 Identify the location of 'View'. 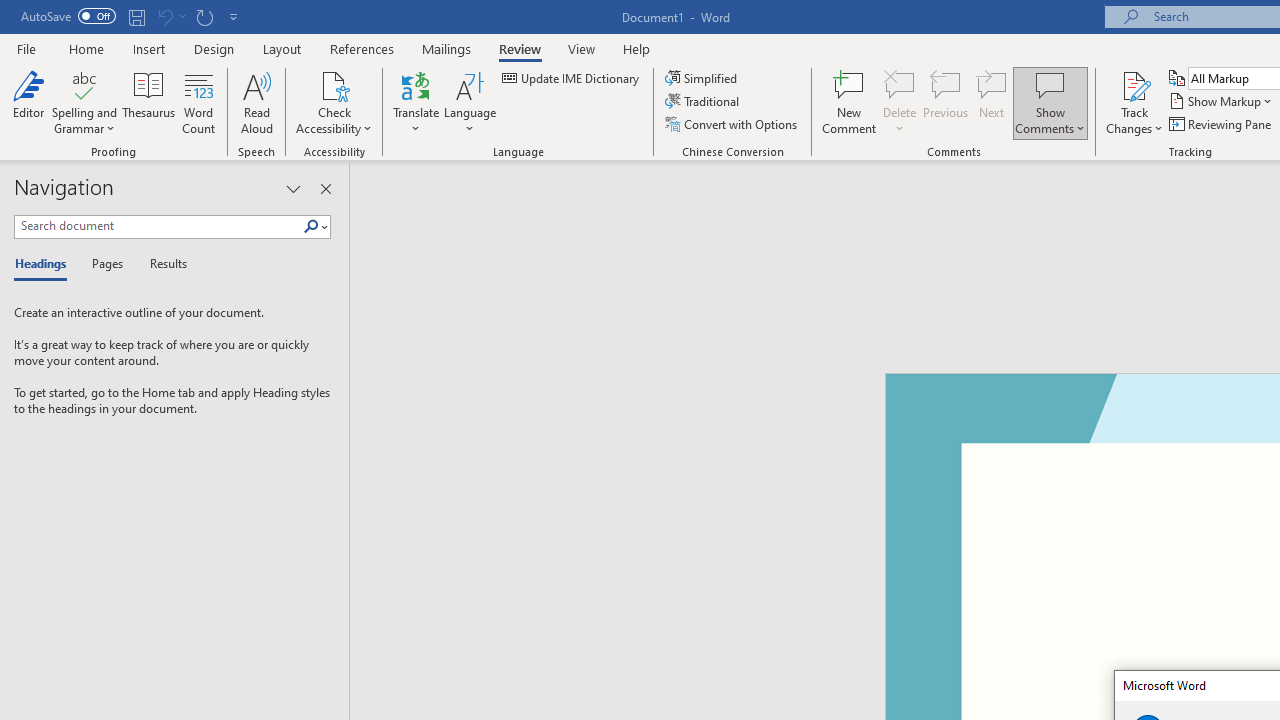
(581, 48).